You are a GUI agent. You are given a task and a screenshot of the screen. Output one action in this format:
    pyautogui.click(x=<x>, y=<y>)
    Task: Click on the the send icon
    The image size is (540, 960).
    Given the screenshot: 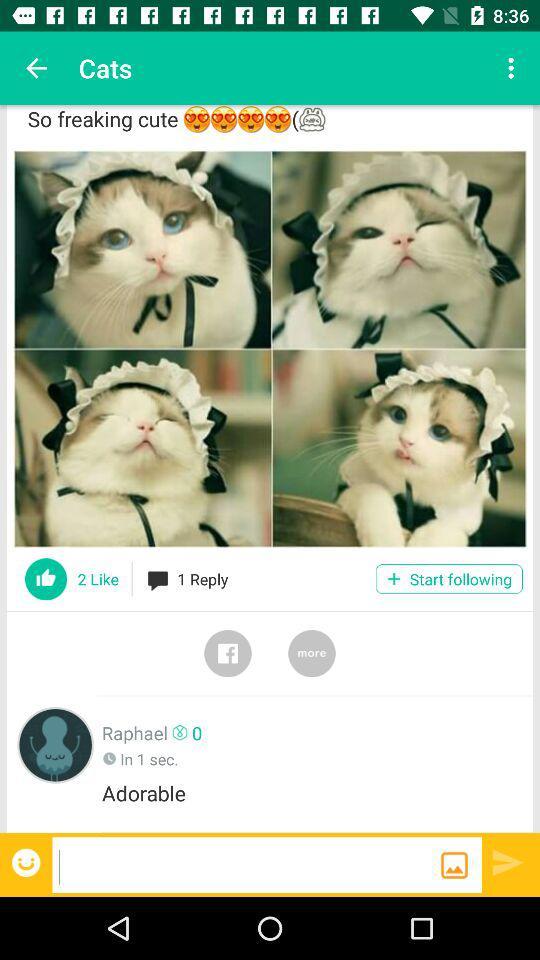 What is the action you would take?
    pyautogui.click(x=508, y=861)
    